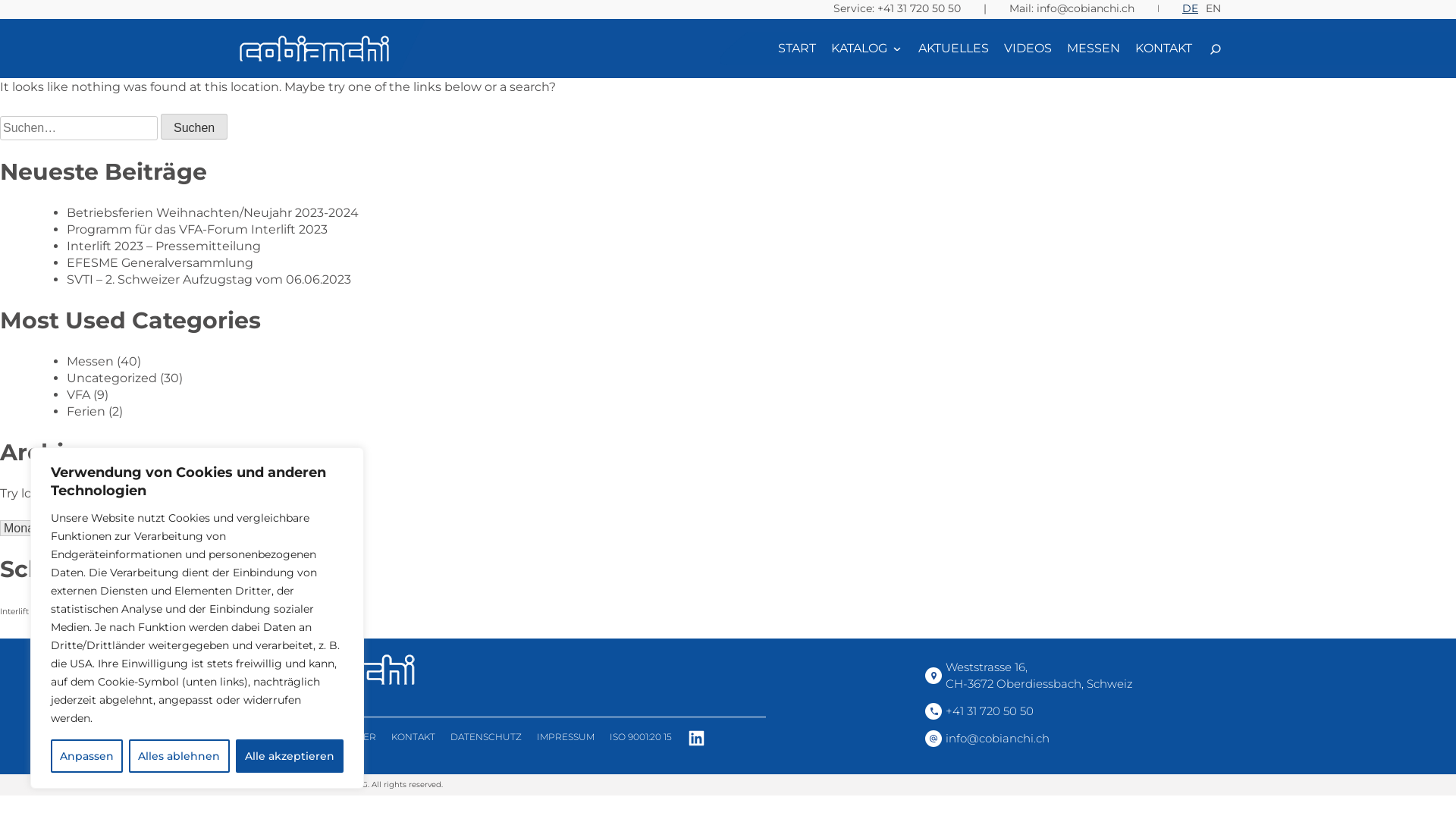 The image size is (1456, 819). What do you see at coordinates (1004, 47) in the screenshot?
I see `'VIDEOS'` at bounding box center [1004, 47].